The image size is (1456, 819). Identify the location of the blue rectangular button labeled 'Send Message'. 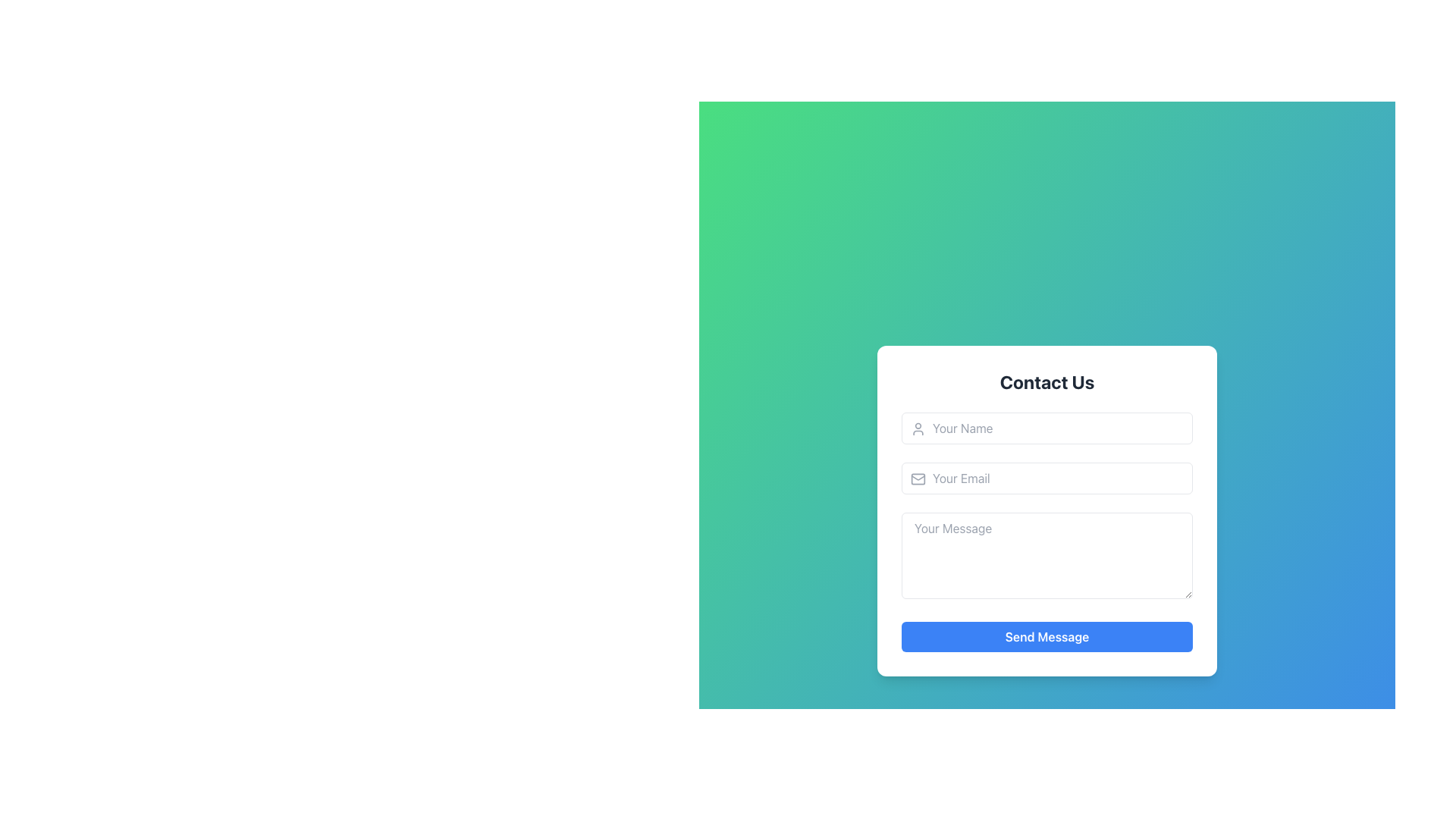
(1046, 637).